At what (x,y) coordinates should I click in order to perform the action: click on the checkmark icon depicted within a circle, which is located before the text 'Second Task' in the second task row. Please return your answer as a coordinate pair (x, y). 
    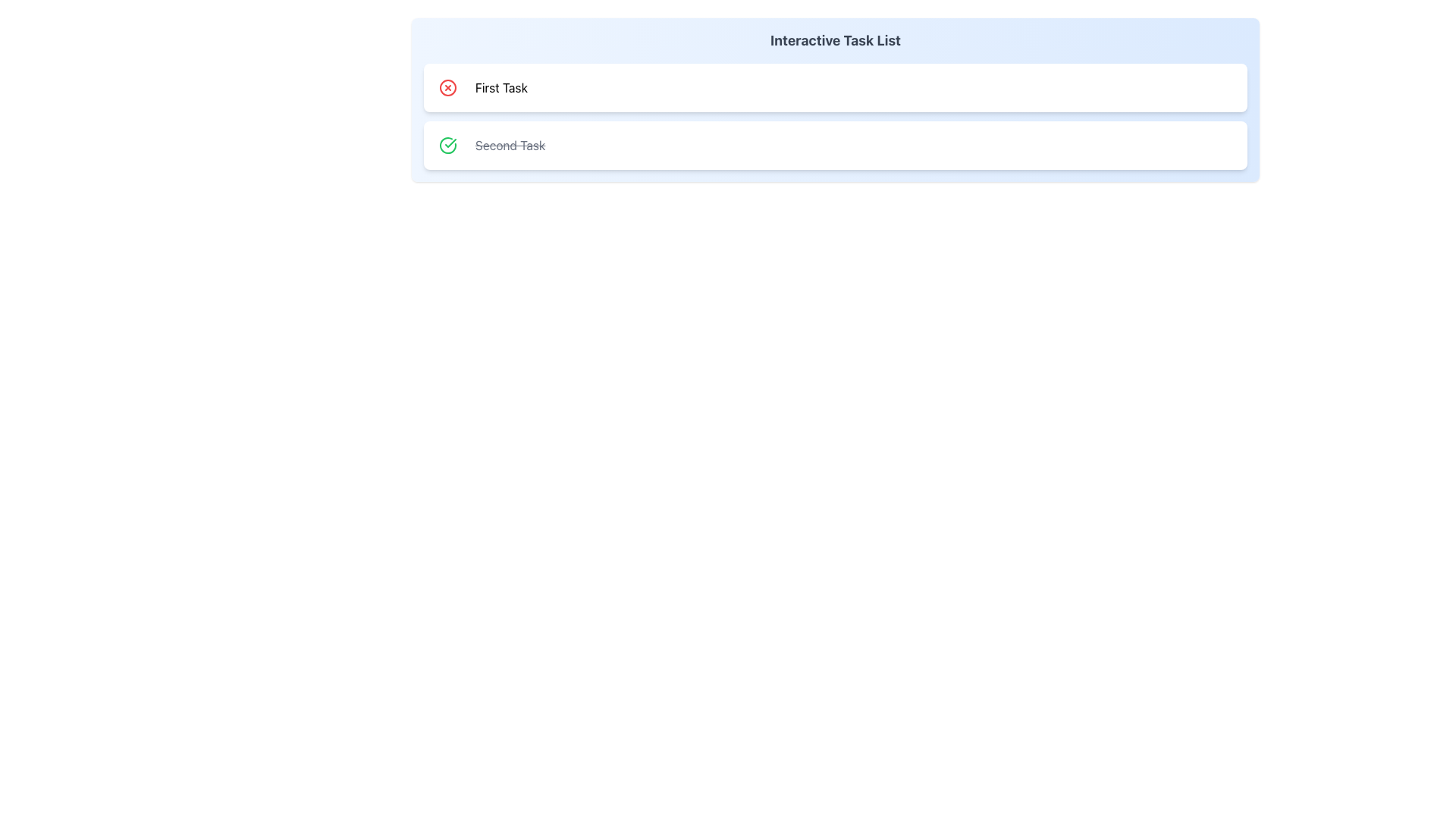
    Looking at the image, I should click on (450, 143).